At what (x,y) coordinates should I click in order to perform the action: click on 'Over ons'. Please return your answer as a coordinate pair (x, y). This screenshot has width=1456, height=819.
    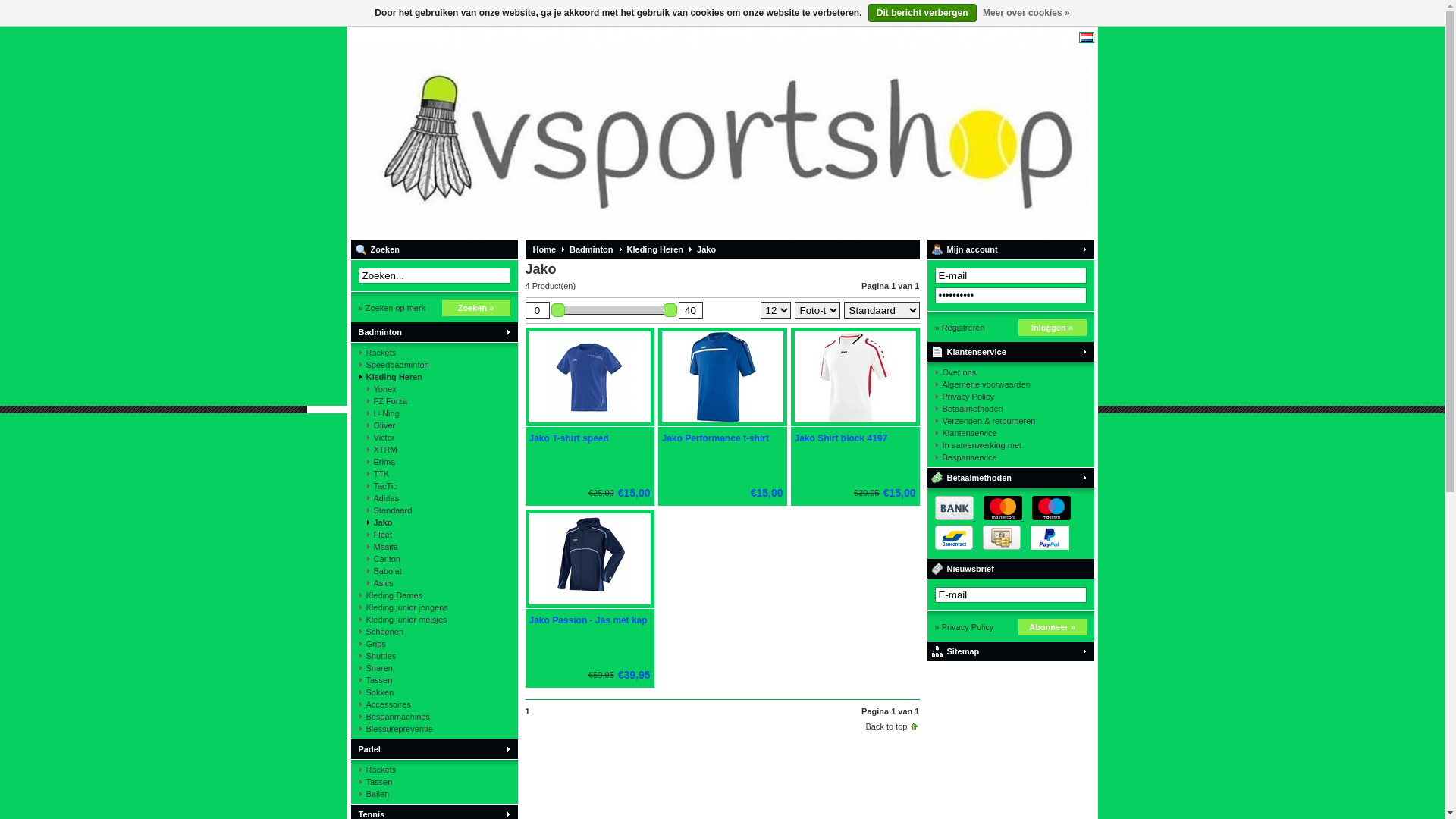
    Looking at the image, I should click on (1010, 372).